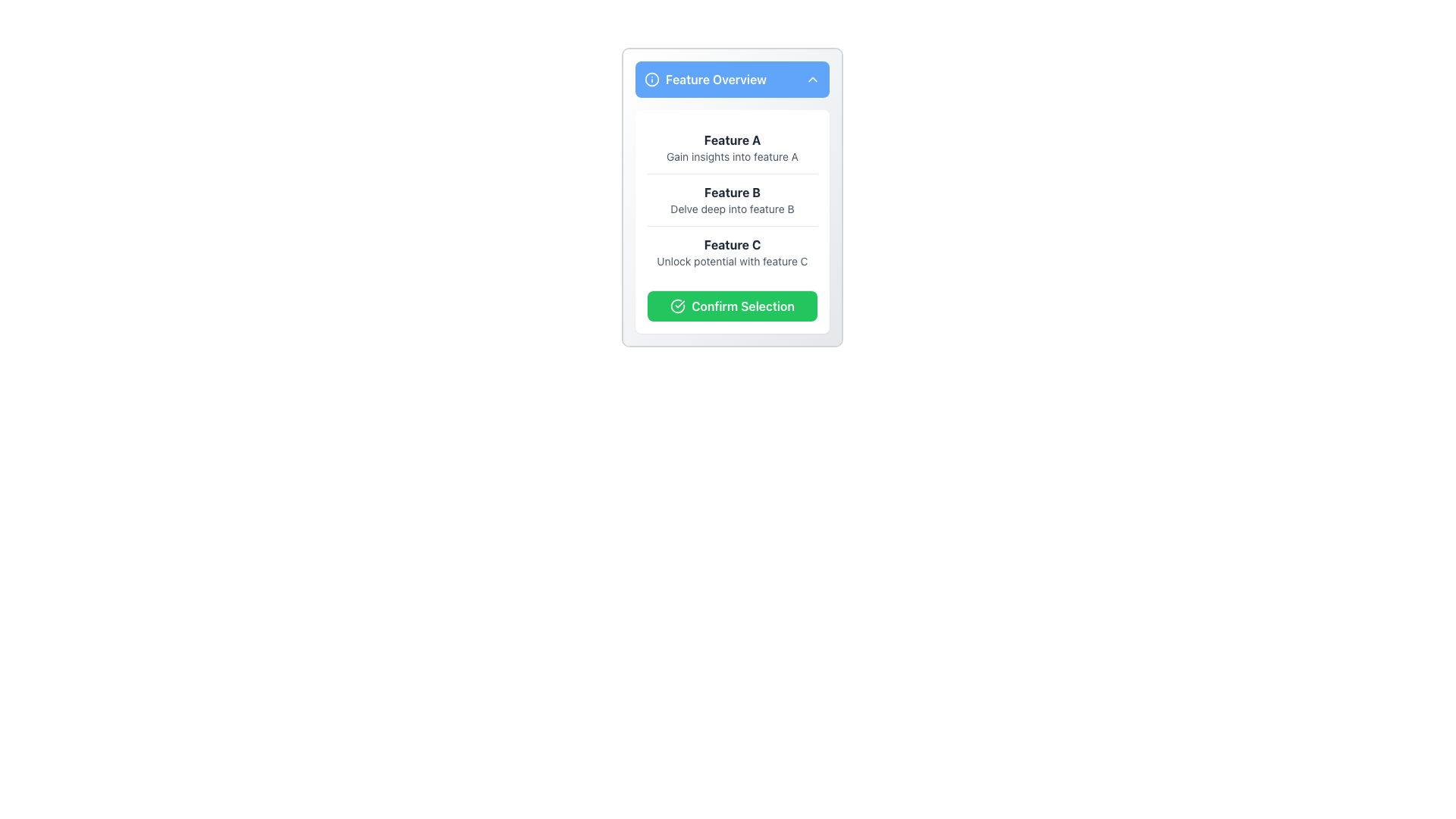 The image size is (1456, 819). What do you see at coordinates (732, 199) in the screenshot?
I see `text from the second entry in the box element that provides information about Feature B, located between 'Feature A' and 'Feature C'` at bounding box center [732, 199].